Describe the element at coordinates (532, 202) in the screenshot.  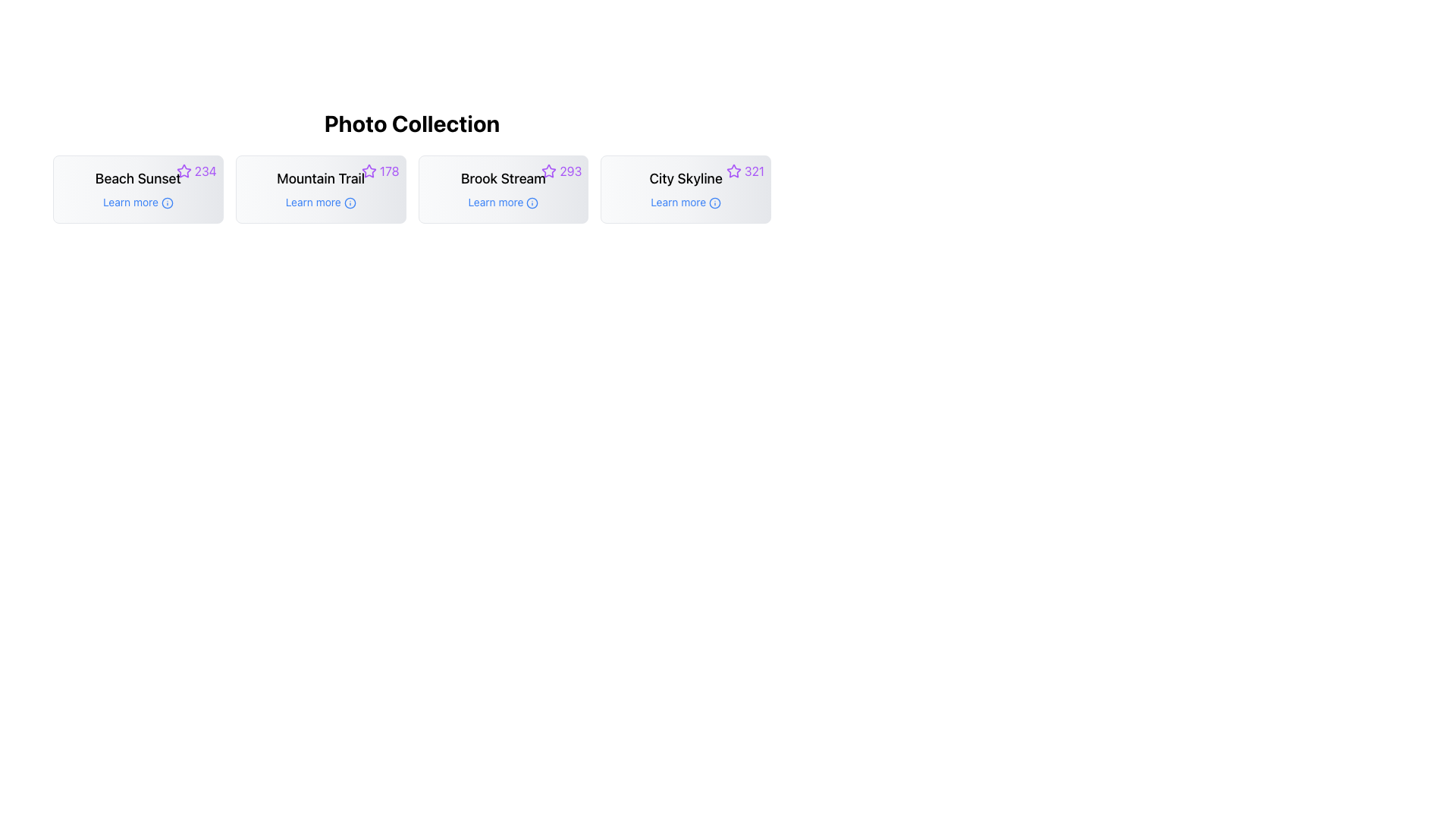
I see `the SVG circle element that serves as a background for the information icon in the 'Brook Stream' item located in the second row, second column of the grid` at that location.